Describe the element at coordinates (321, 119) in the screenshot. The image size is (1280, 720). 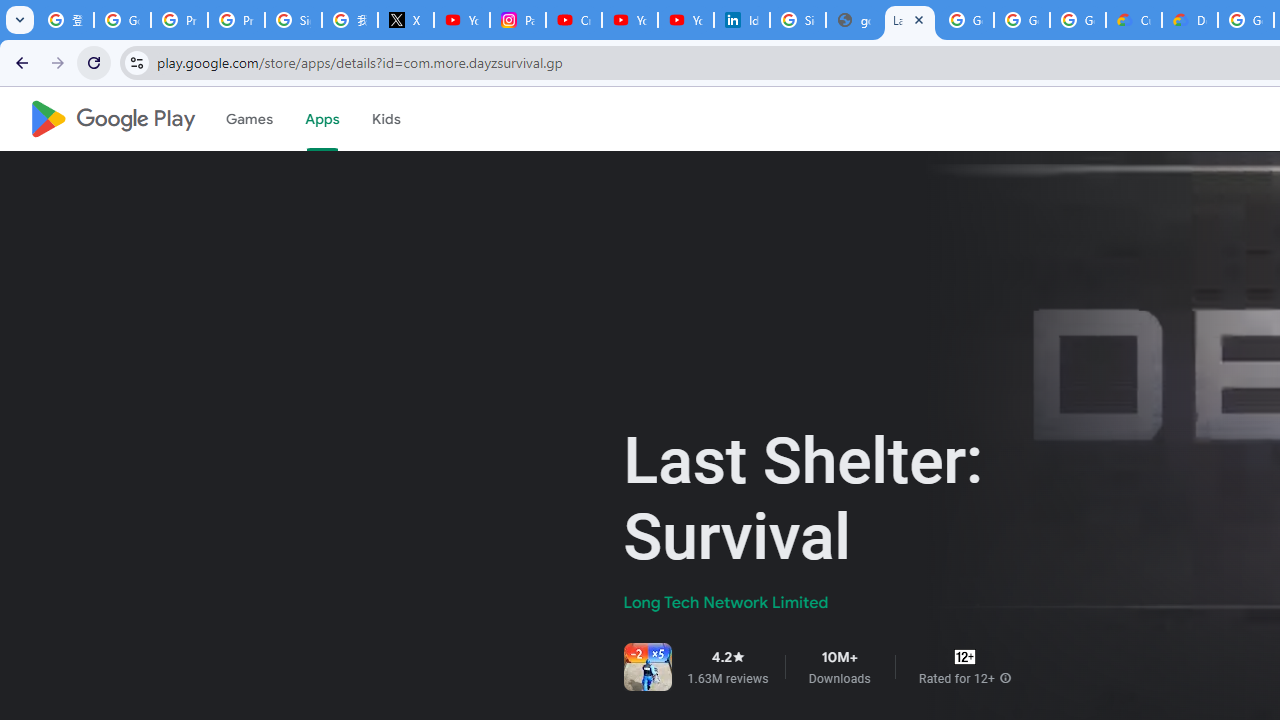
I see `'Apps'` at that location.